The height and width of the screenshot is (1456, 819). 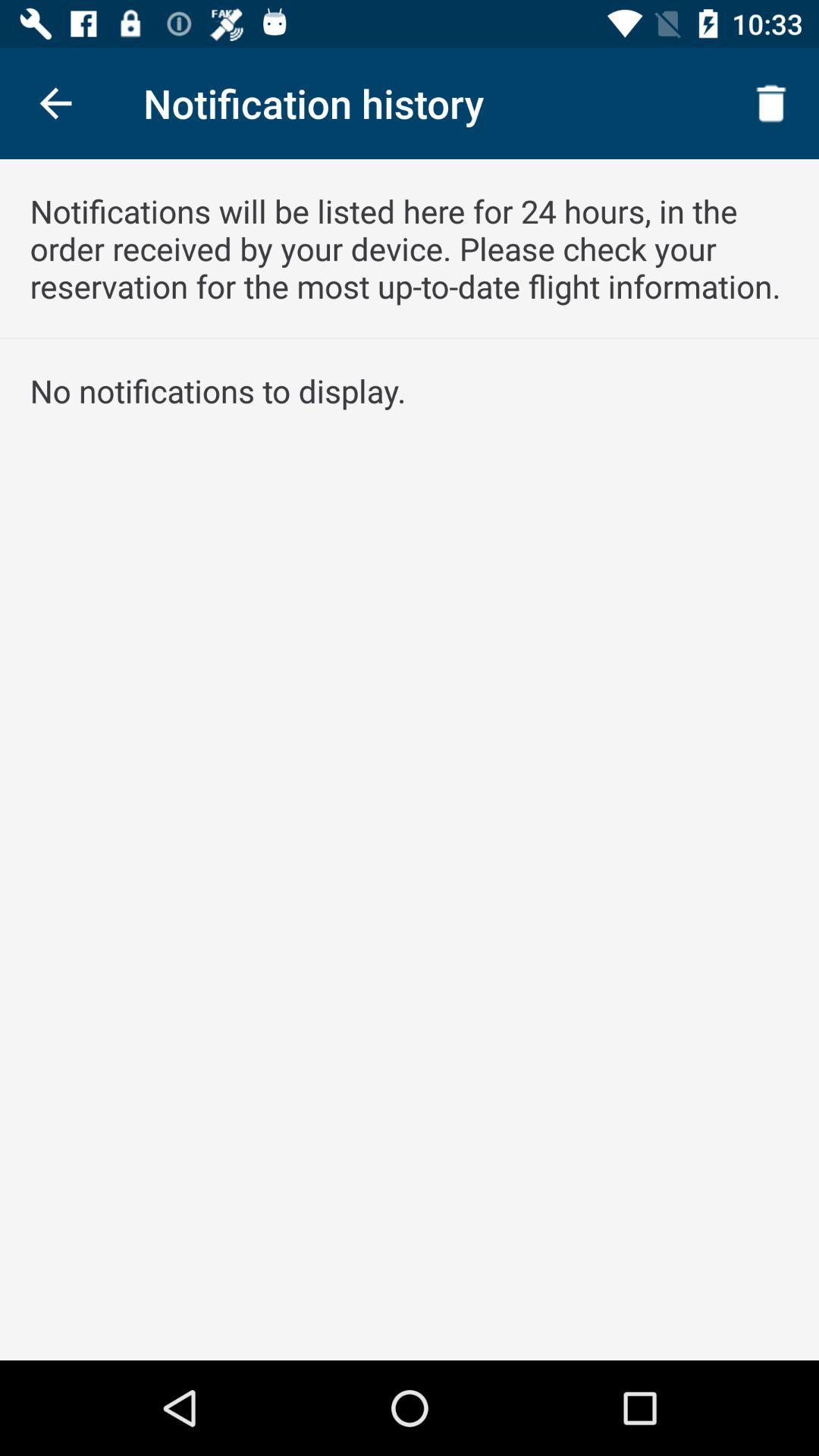 I want to click on item next to notification history item, so click(x=771, y=102).